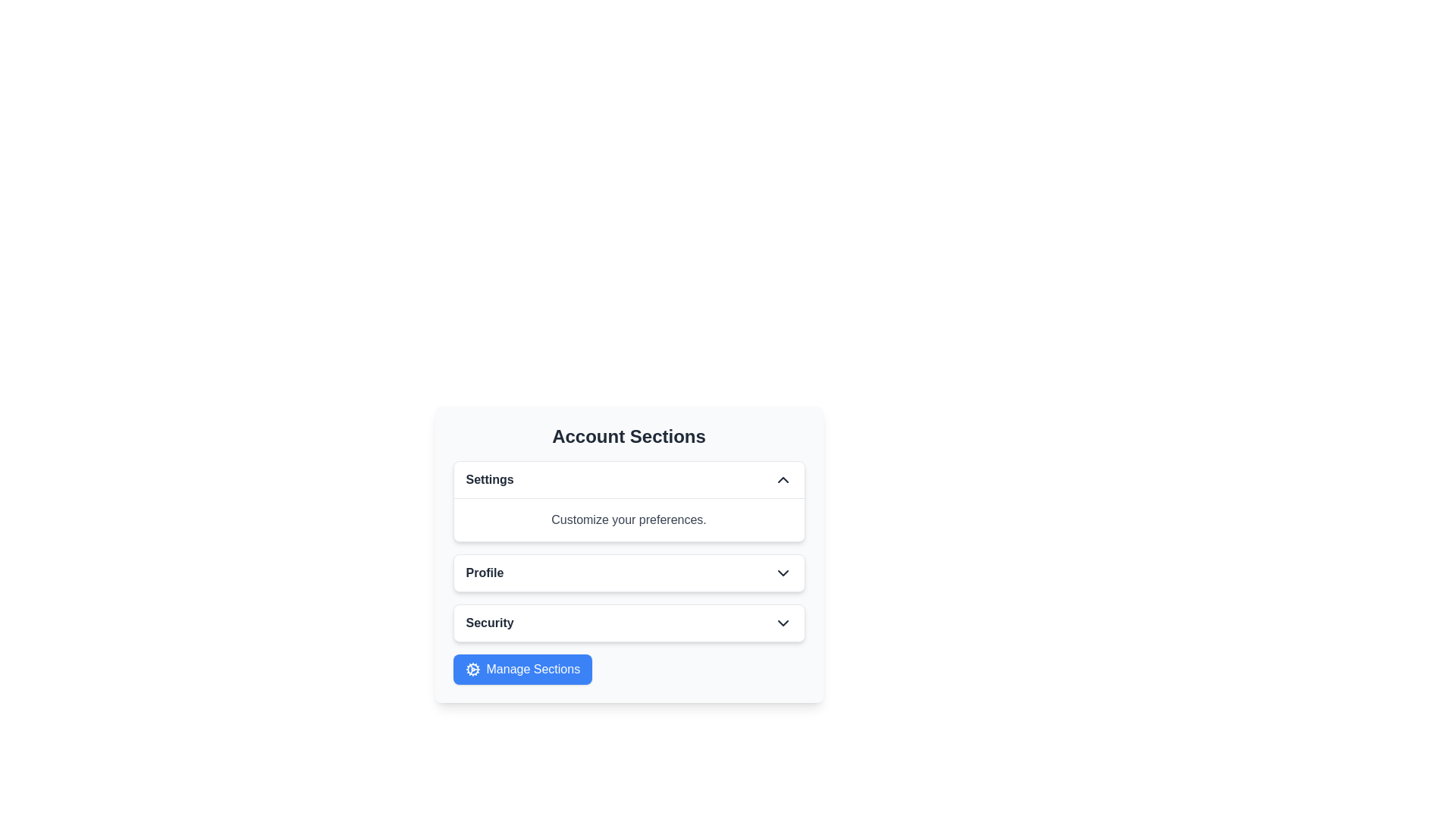 The image size is (1456, 819). I want to click on the 'Security' text label in the third menu item of the 'Account Sections' panel, which is aligned on the left side next to a chevron-down icon, so click(490, 623).